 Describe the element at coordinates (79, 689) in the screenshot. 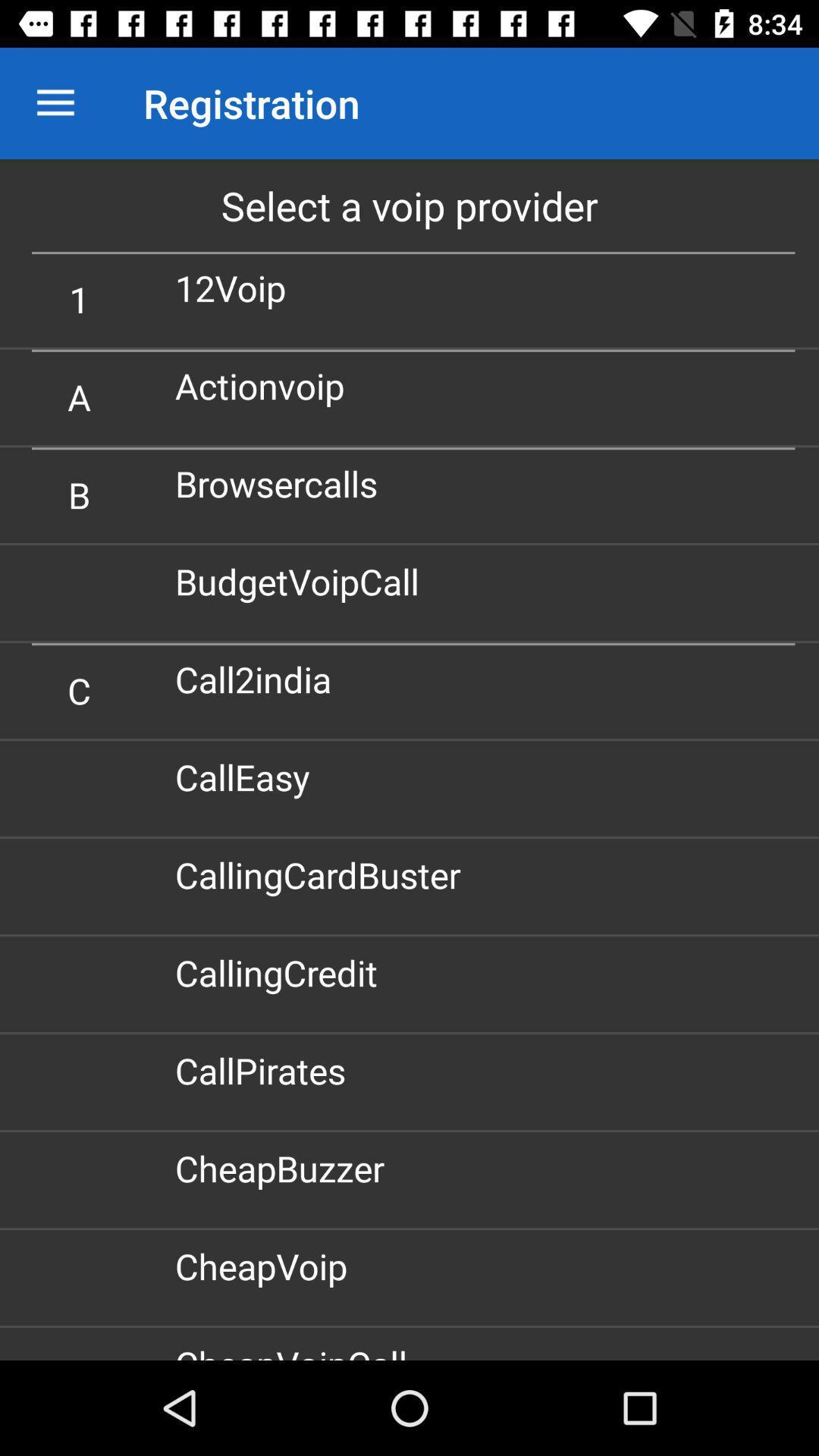

I see `icon next to the call2india item` at that location.